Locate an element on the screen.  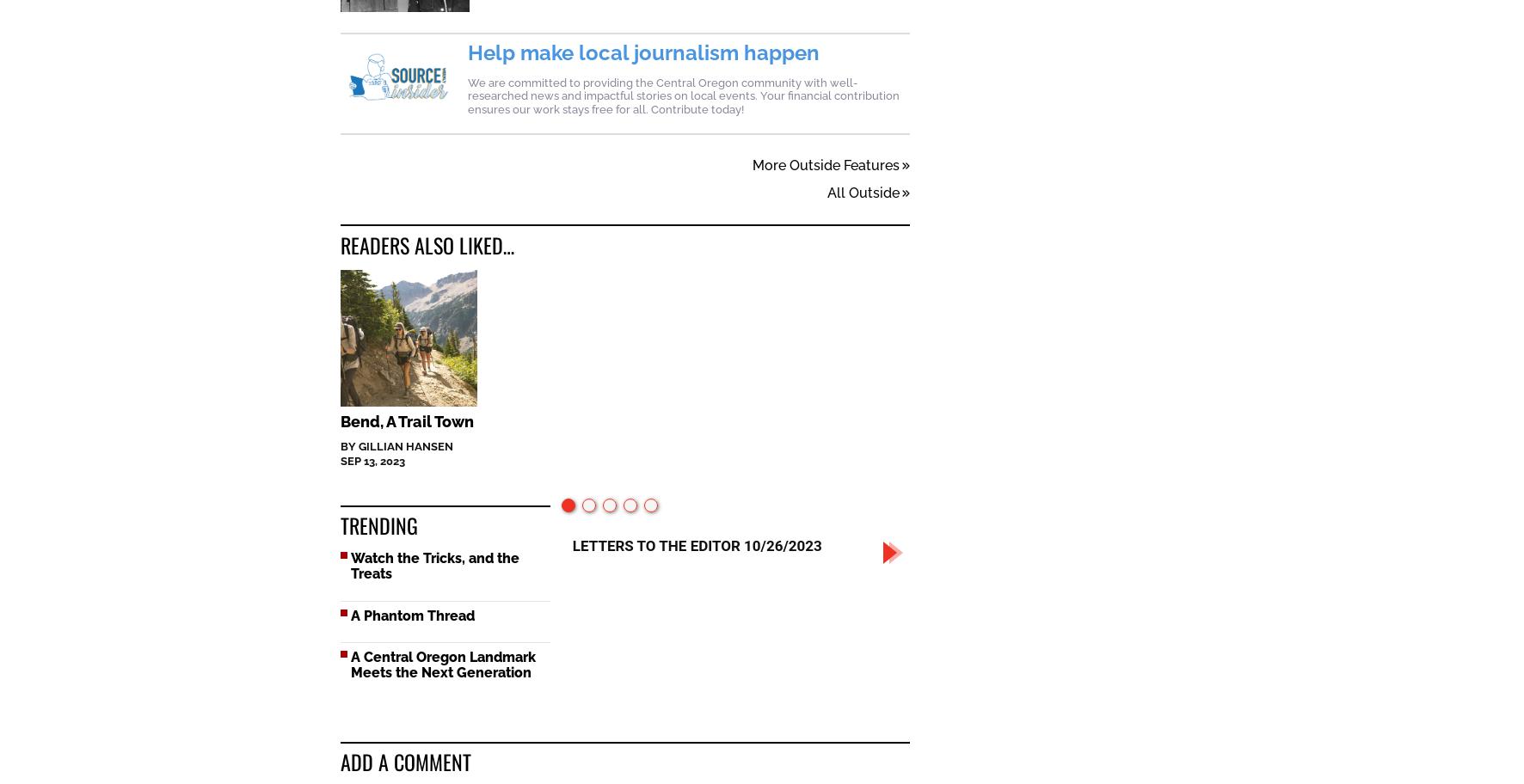
'Add a comment' is located at coordinates (405, 763).